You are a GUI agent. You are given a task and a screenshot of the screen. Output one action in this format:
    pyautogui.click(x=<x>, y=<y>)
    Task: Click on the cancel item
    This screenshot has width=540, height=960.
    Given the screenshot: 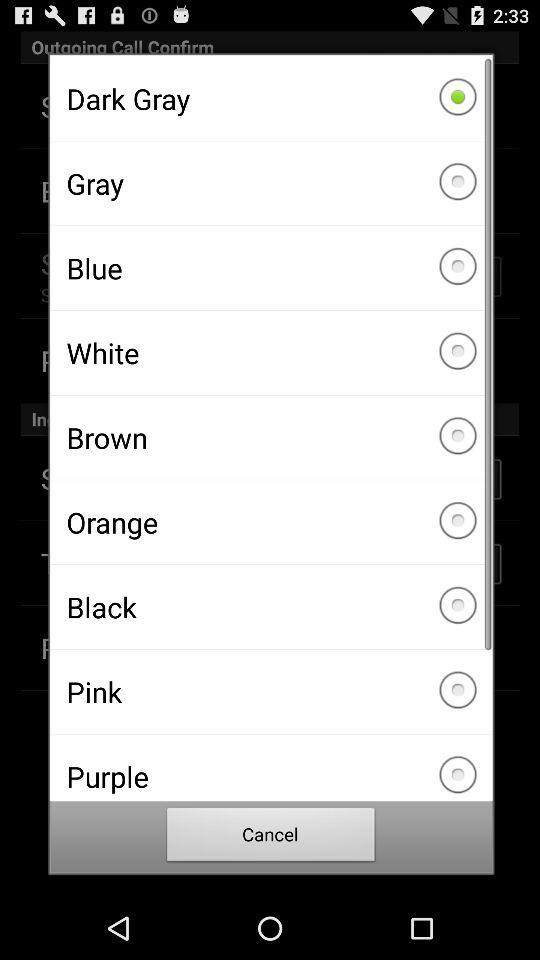 What is the action you would take?
    pyautogui.click(x=270, y=837)
    